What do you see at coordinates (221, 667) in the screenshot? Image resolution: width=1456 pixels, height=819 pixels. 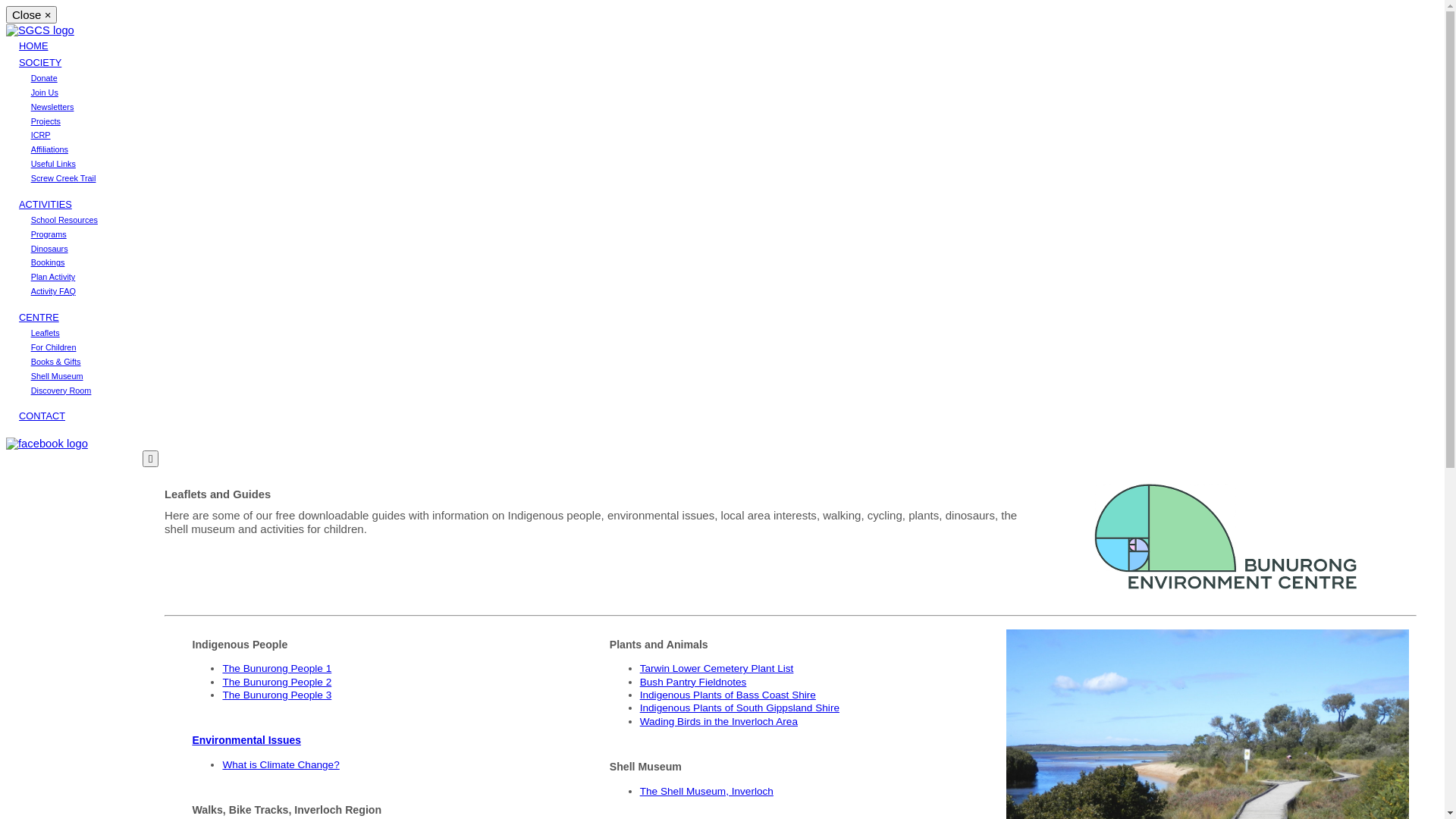 I see `'The Bunurong People 1'` at bounding box center [221, 667].